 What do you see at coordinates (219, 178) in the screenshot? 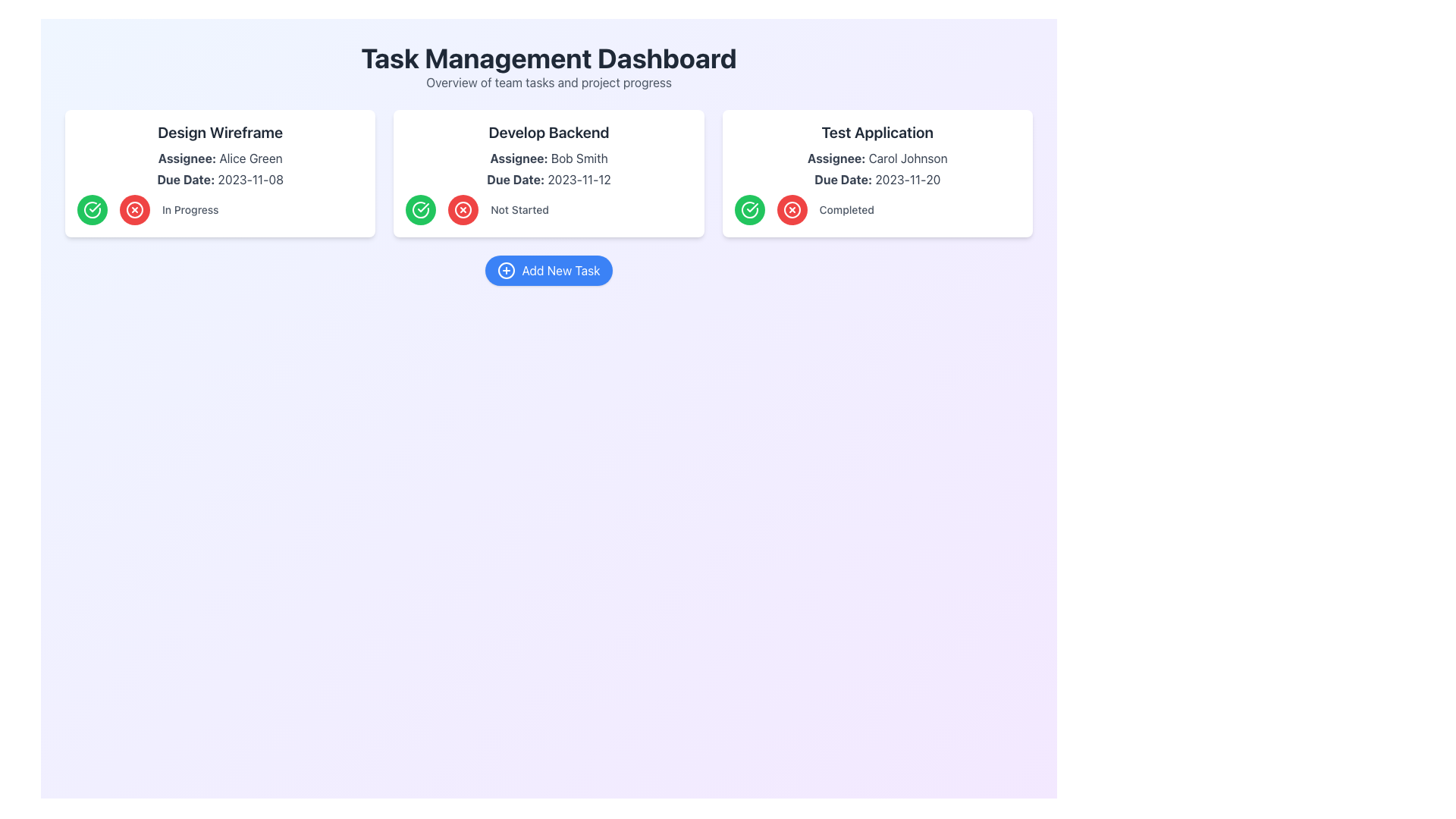
I see `due date text from the Text label located in the 'Design Wireframe' card, positioned beneath 'Assignee: Alice Green' and above the status indicator 'In Progress'` at bounding box center [219, 178].